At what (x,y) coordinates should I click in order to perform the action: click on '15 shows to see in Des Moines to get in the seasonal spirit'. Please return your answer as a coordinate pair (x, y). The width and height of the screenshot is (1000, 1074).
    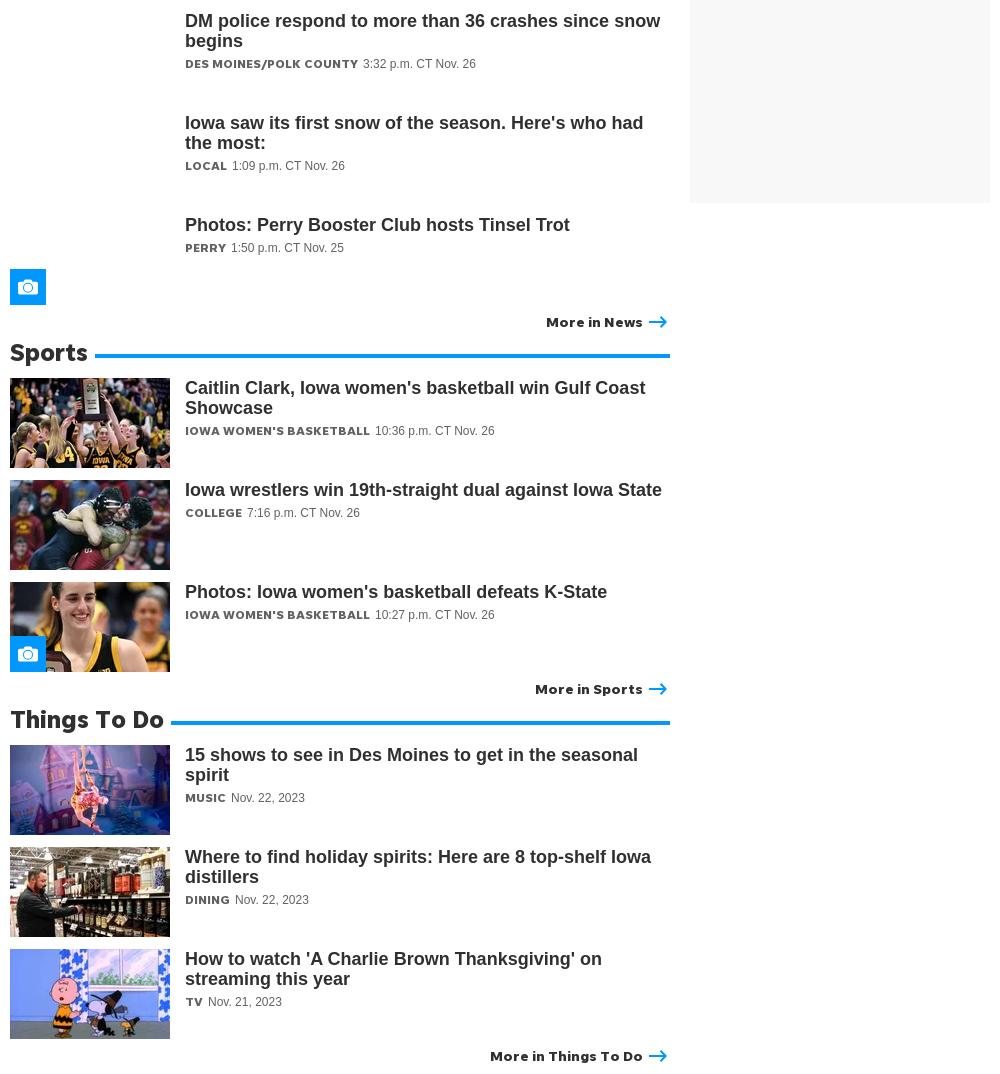
    Looking at the image, I should click on (411, 764).